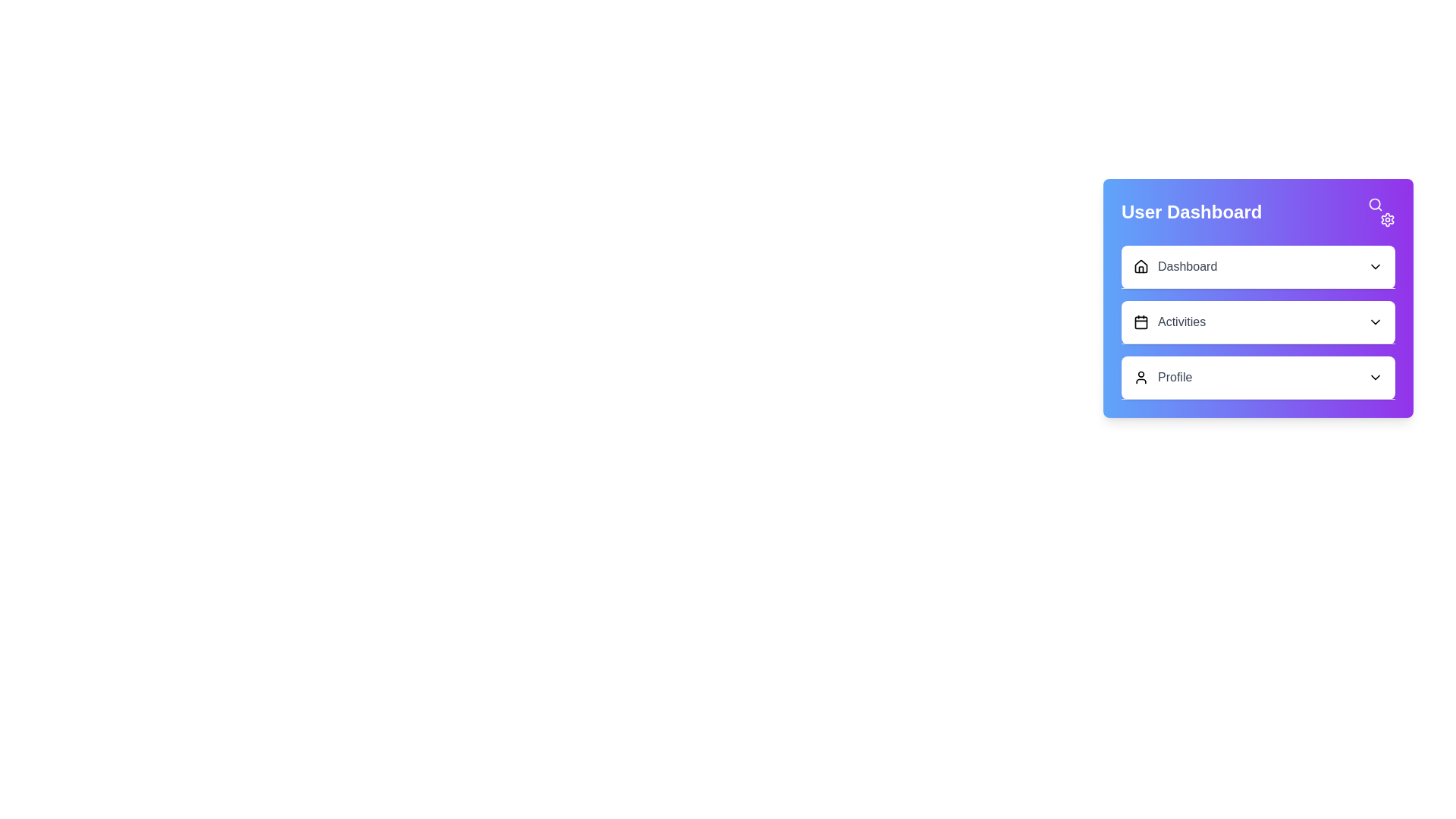  Describe the element at coordinates (1376, 321) in the screenshot. I see `the Dropdown indicator icon located to the far right of the 'Activities' label` at that location.